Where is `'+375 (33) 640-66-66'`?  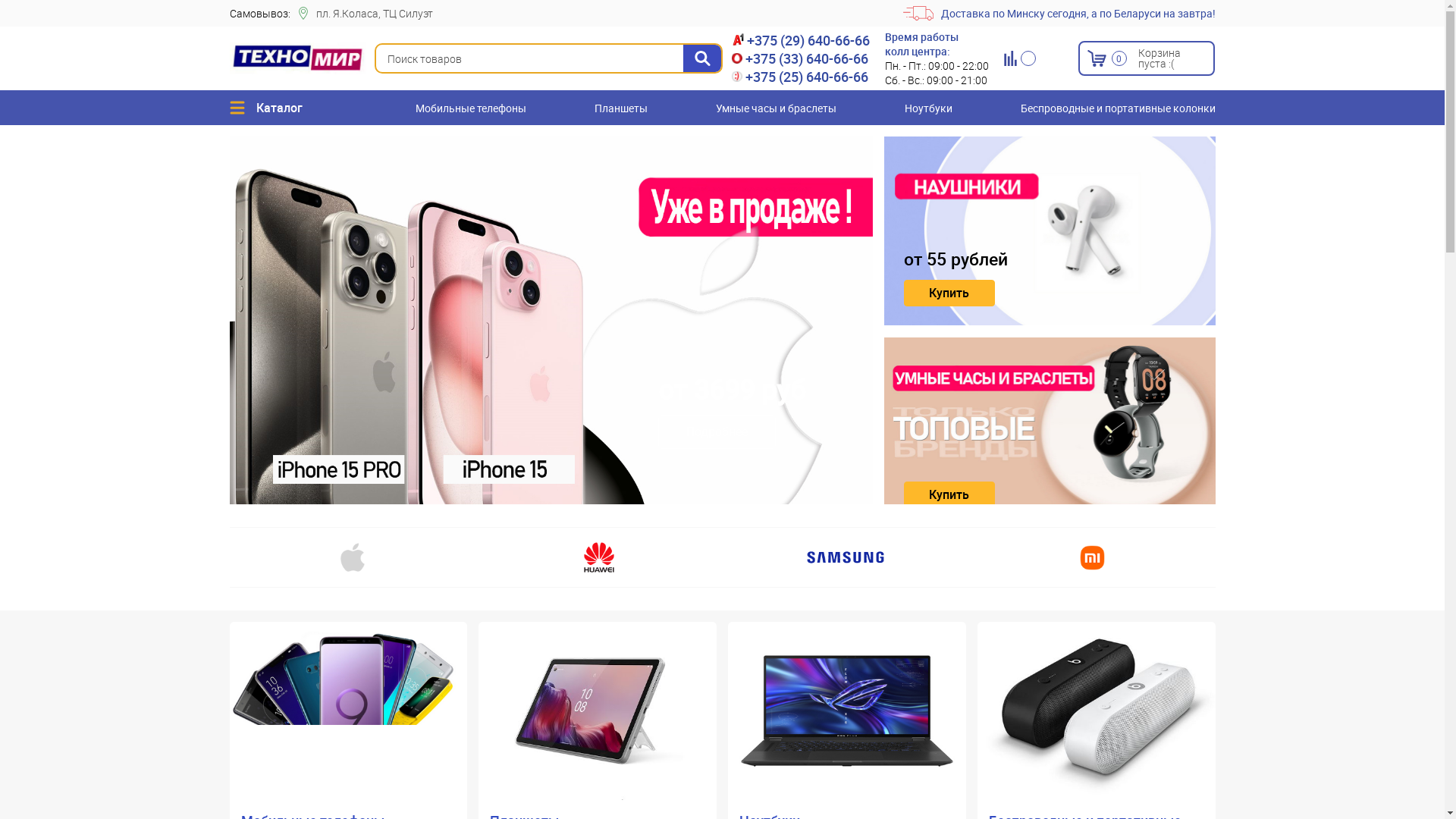
'+375 (33) 640-66-66' is located at coordinates (800, 58).